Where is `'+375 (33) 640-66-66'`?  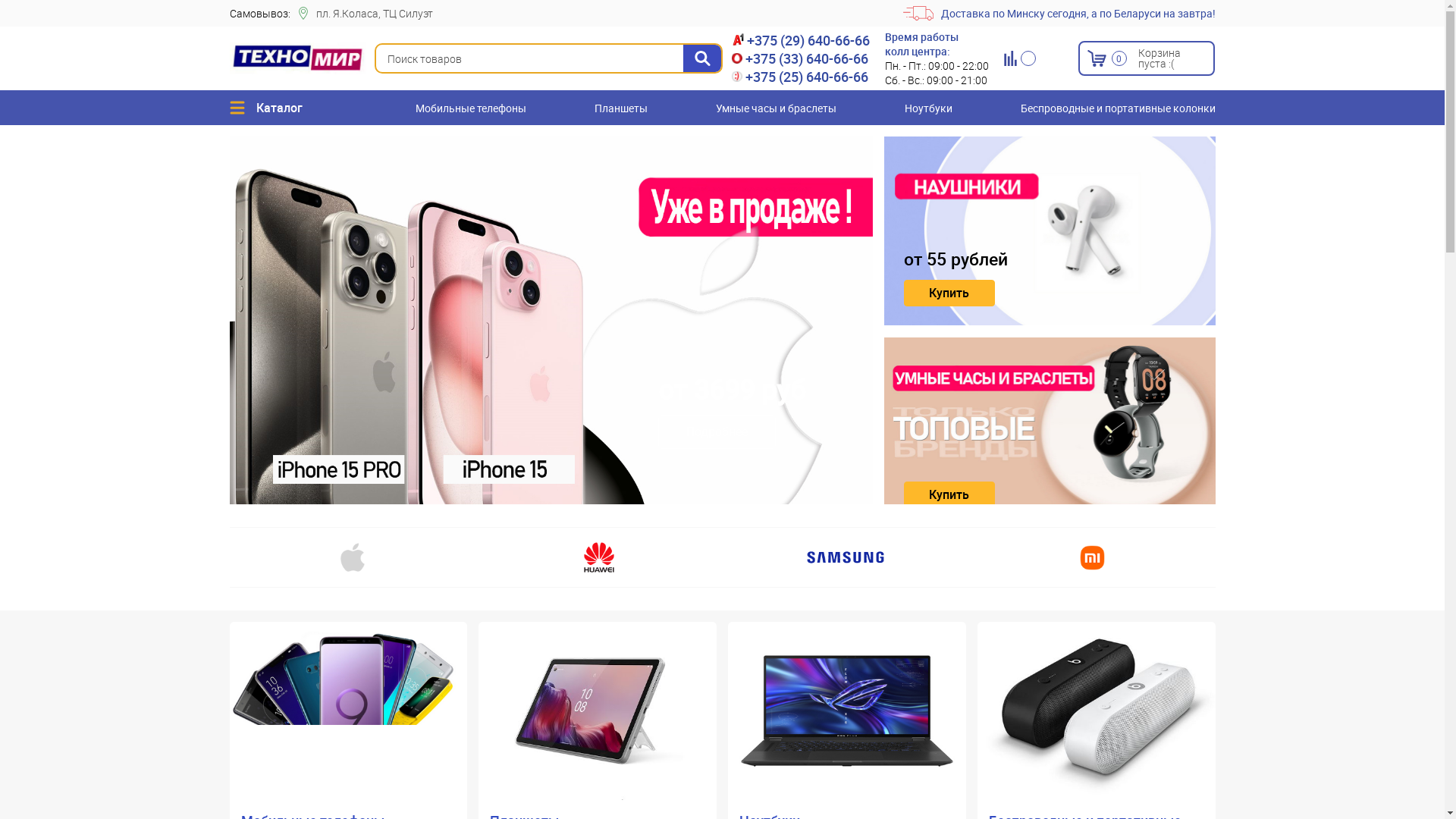
'+375 (33) 640-66-66' is located at coordinates (800, 58).